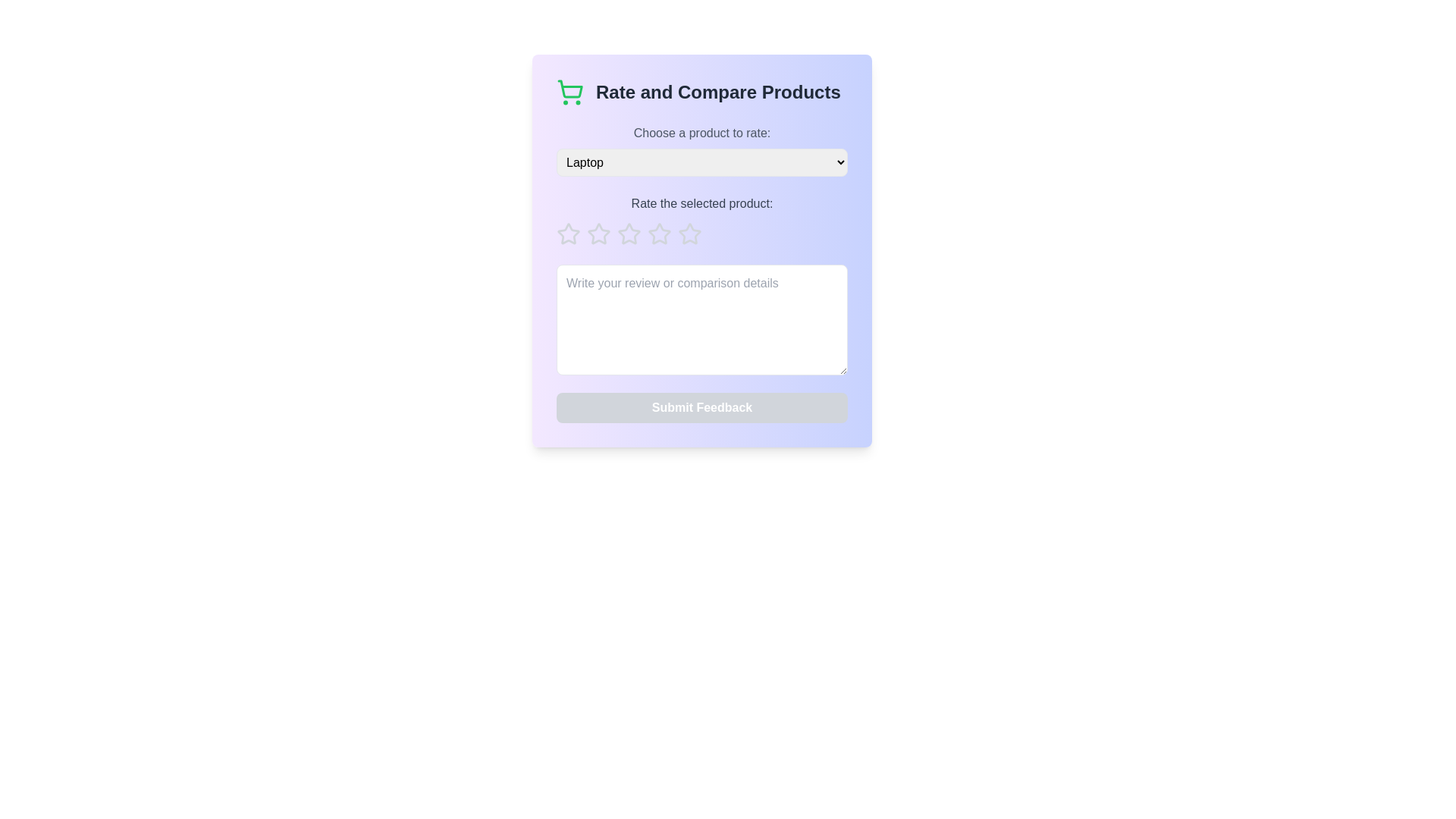  What do you see at coordinates (659, 234) in the screenshot?
I see `the third star rating button in the 'Rate and Compare Products' dialogue box` at bounding box center [659, 234].